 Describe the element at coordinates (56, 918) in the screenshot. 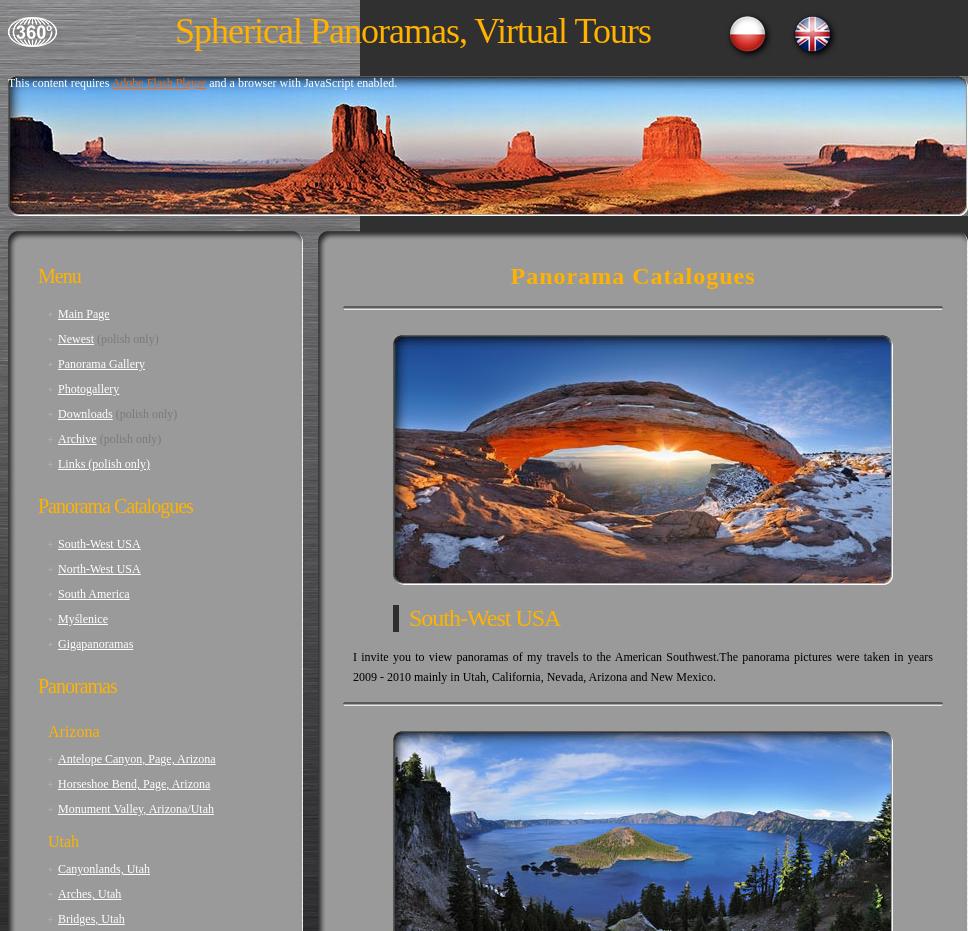

I see `'Bridges, Utah'` at that location.